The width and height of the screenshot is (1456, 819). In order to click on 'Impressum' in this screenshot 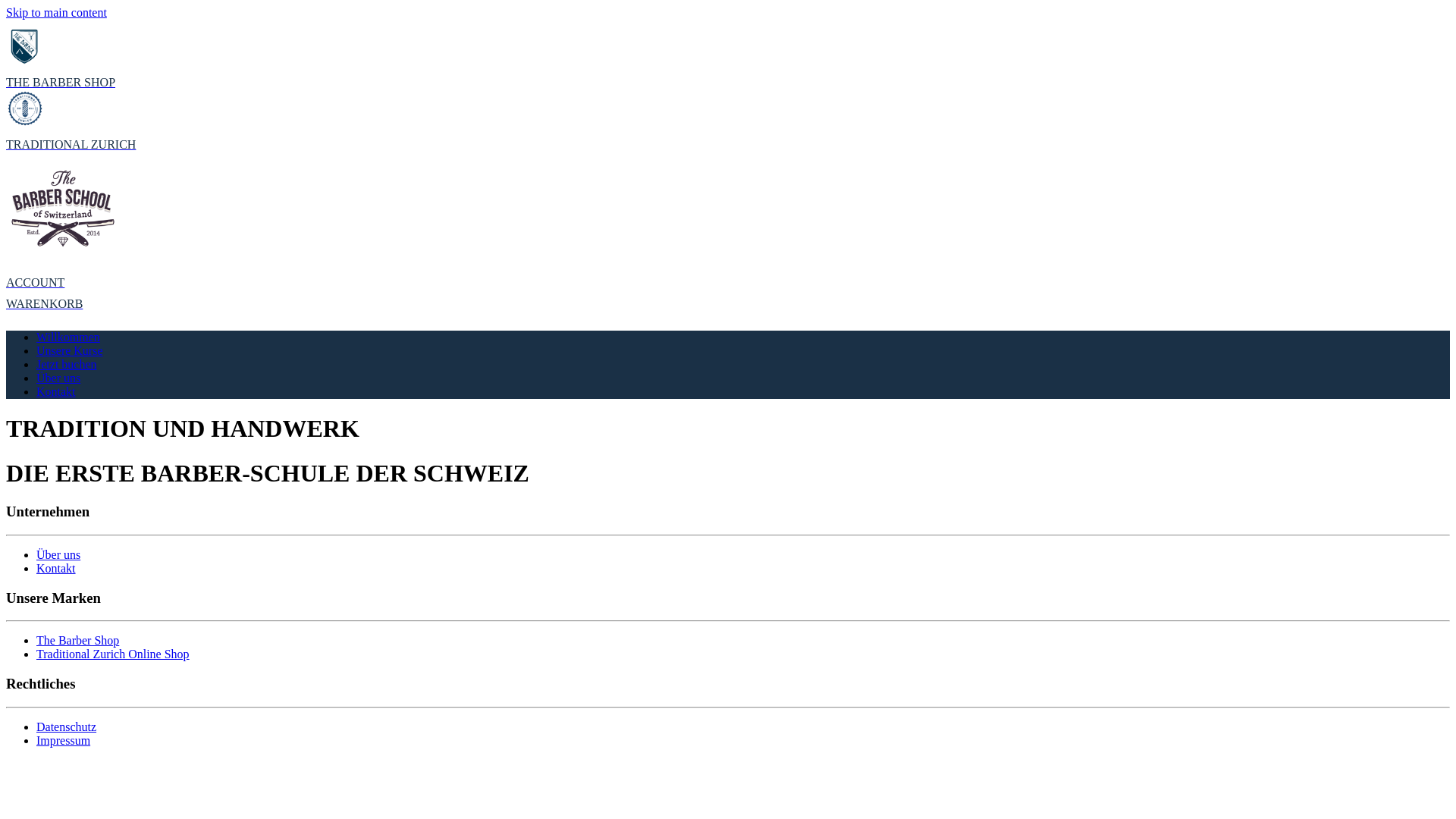, I will do `click(62, 739)`.